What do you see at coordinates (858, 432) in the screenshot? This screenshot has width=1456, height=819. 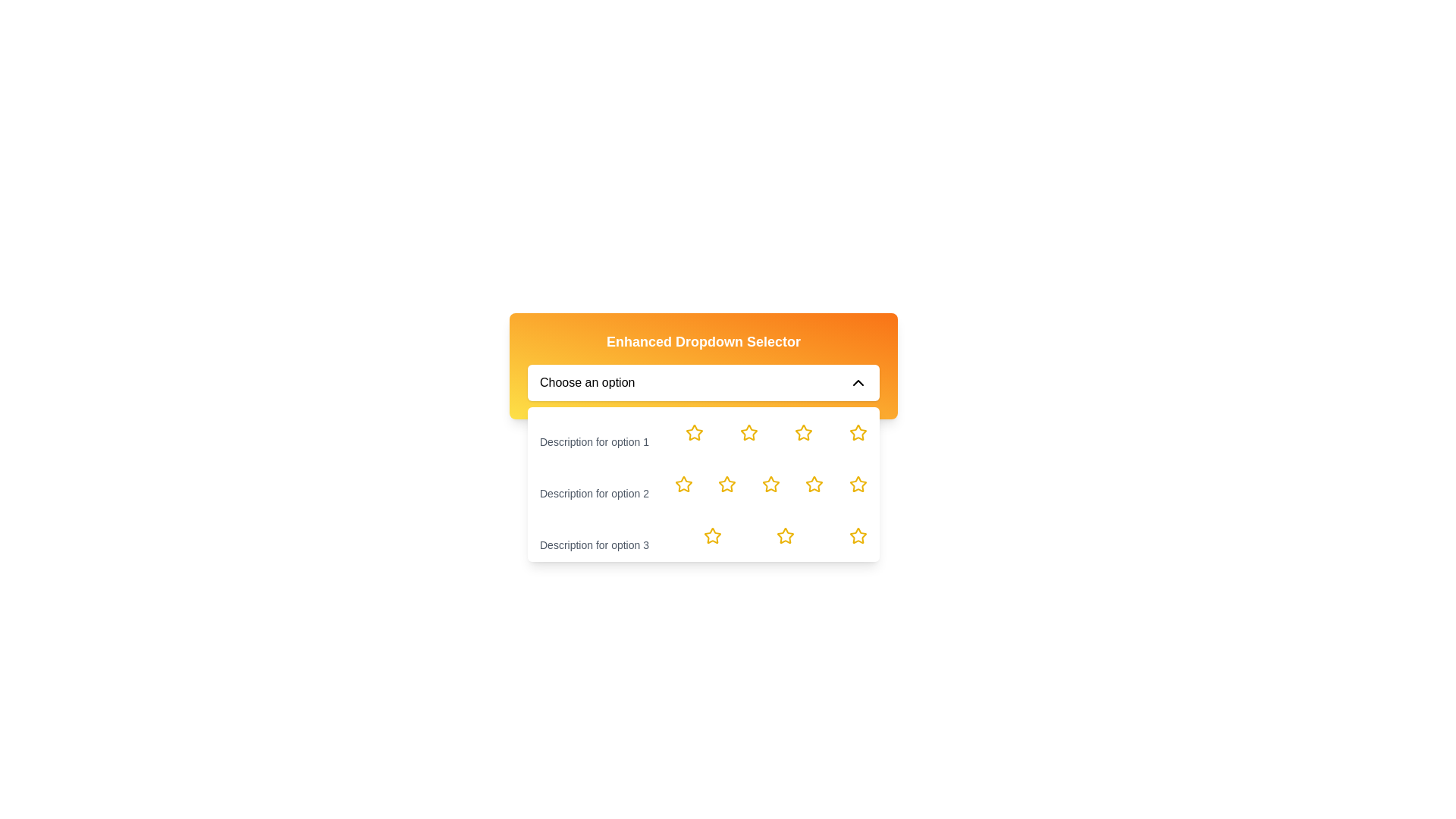 I see `the yellow star icon, which is the fifth star in the row associated with 'Option 1'` at bounding box center [858, 432].